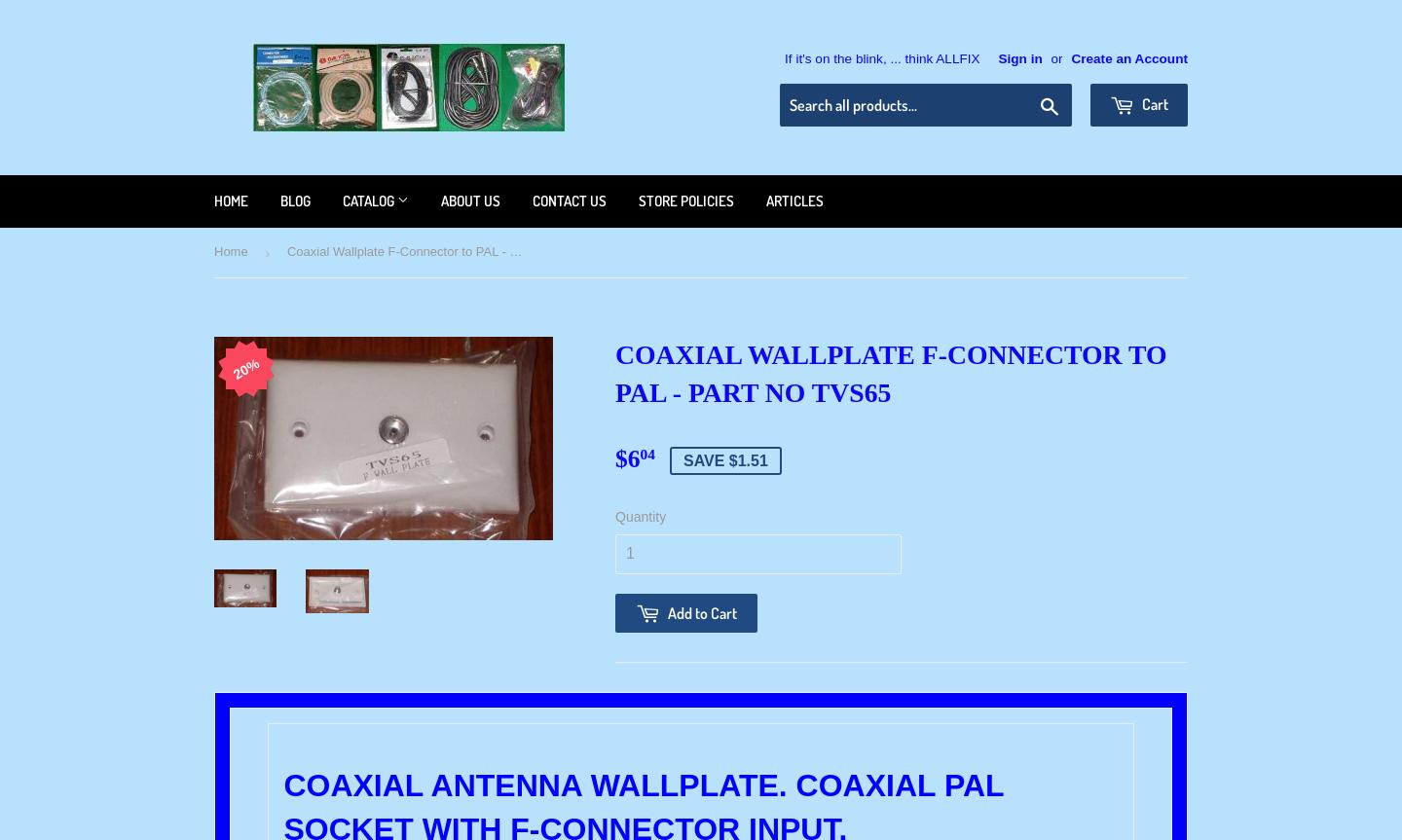 The image size is (1402, 840). What do you see at coordinates (1129, 57) in the screenshot?
I see `'Create an Account'` at bounding box center [1129, 57].